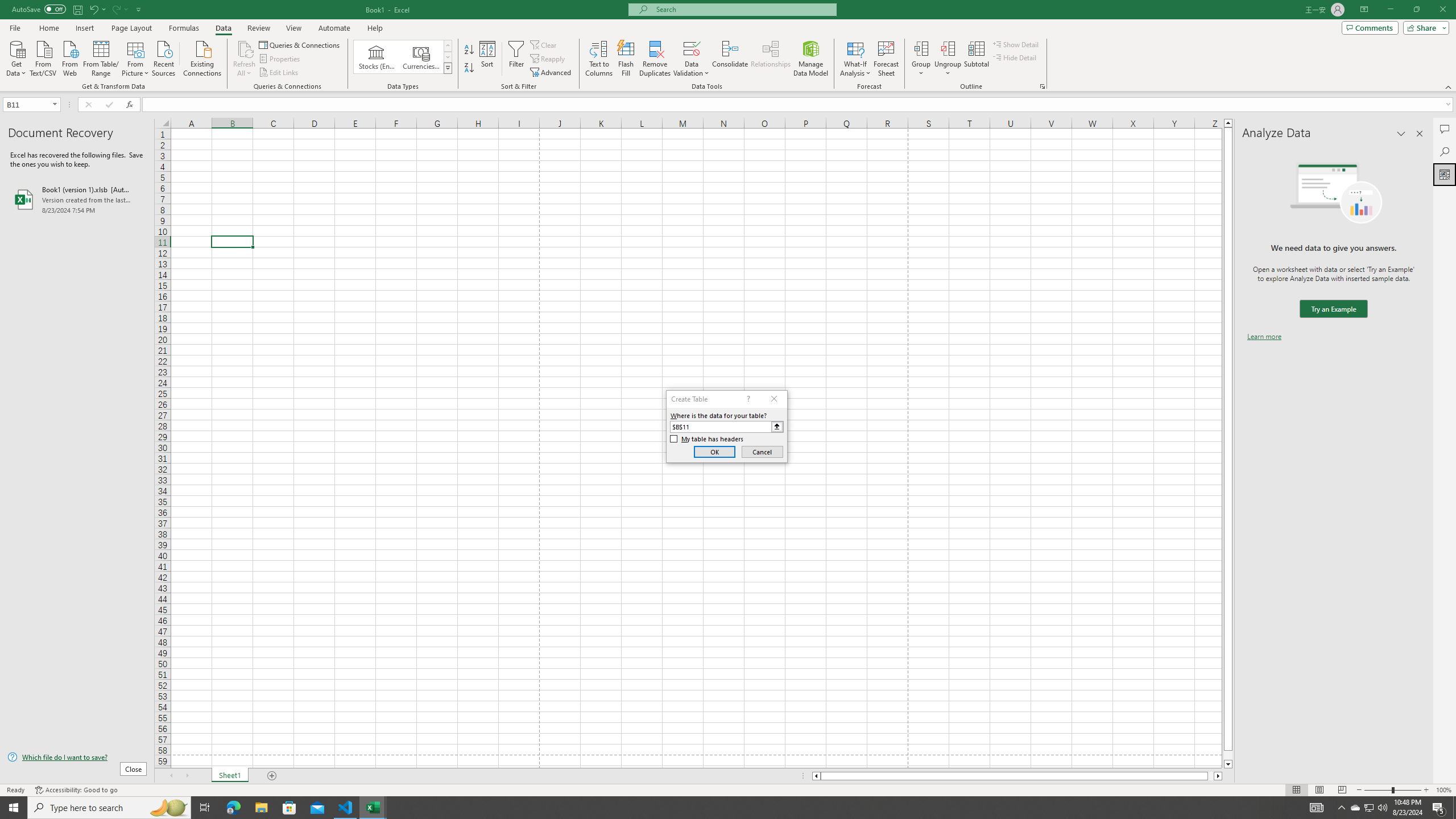 Image resolution: width=1456 pixels, height=819 pixels. I want to click on 'Flash Fill', so click(626, 59).